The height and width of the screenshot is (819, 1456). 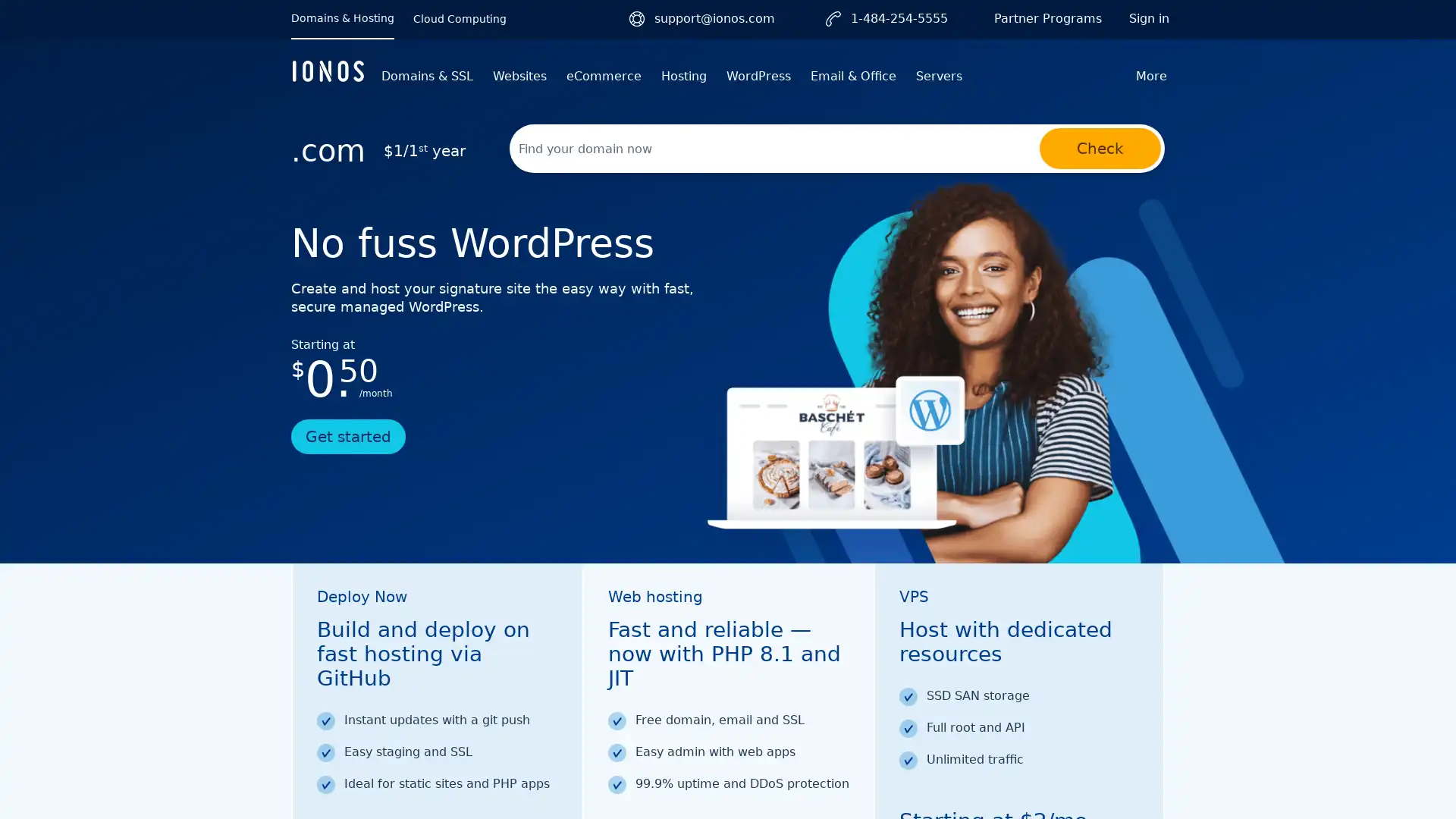 I want to click on Email & Office, so click(x=853, y=76).